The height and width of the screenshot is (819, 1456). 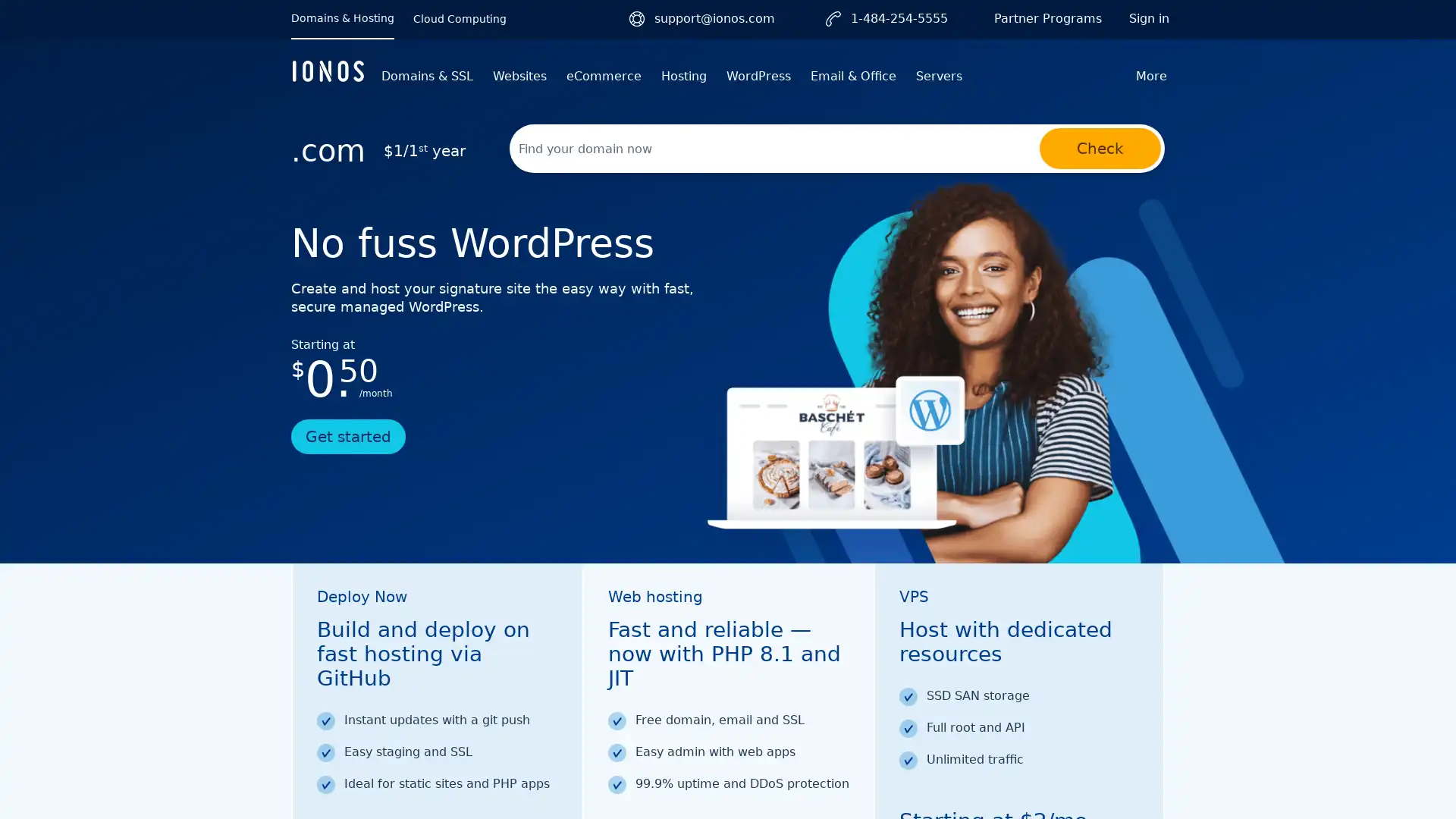 I want to click on Email & Office, so click(x=853, y=76).